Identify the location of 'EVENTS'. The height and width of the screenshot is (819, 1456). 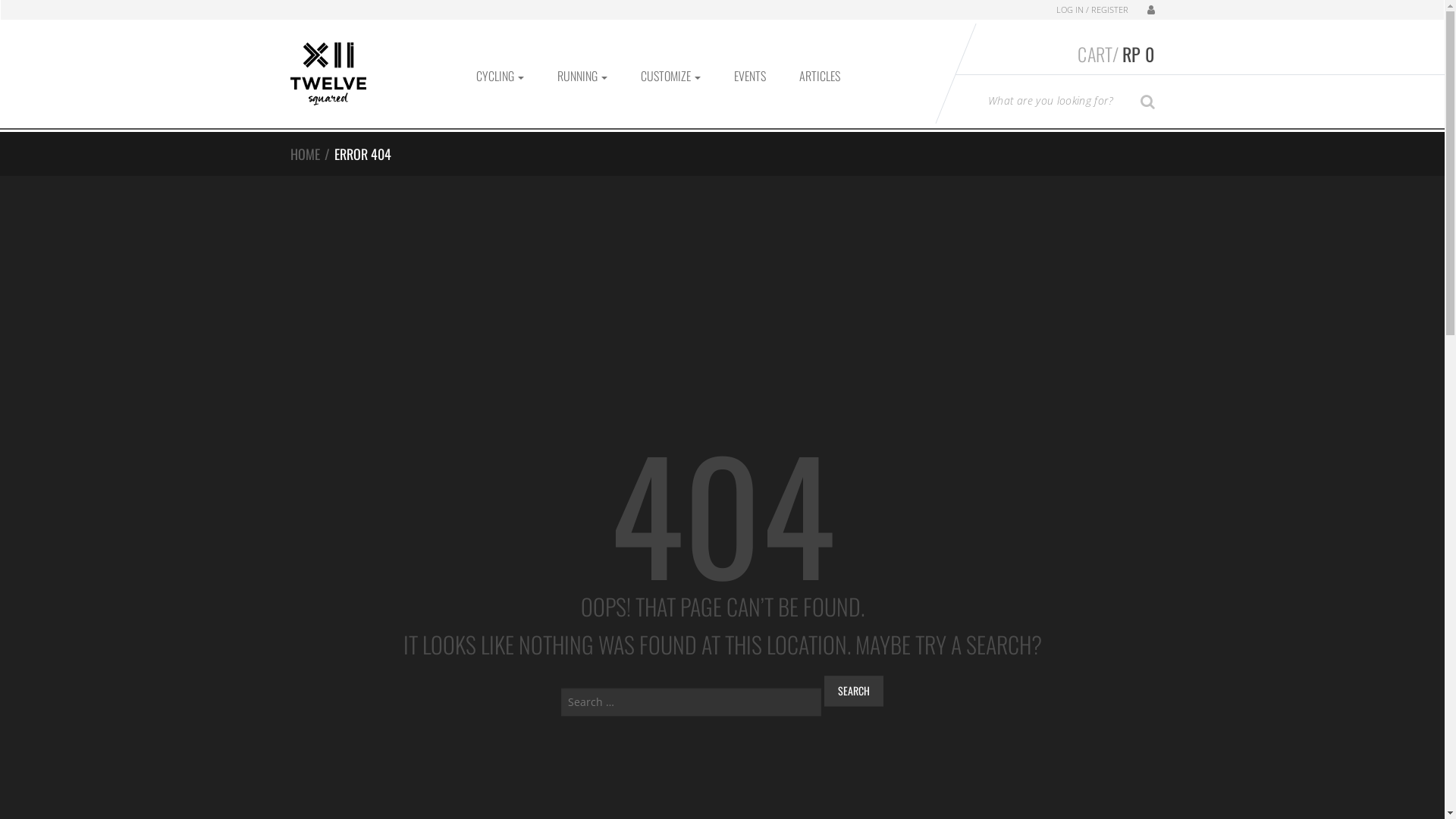
(716, 76).